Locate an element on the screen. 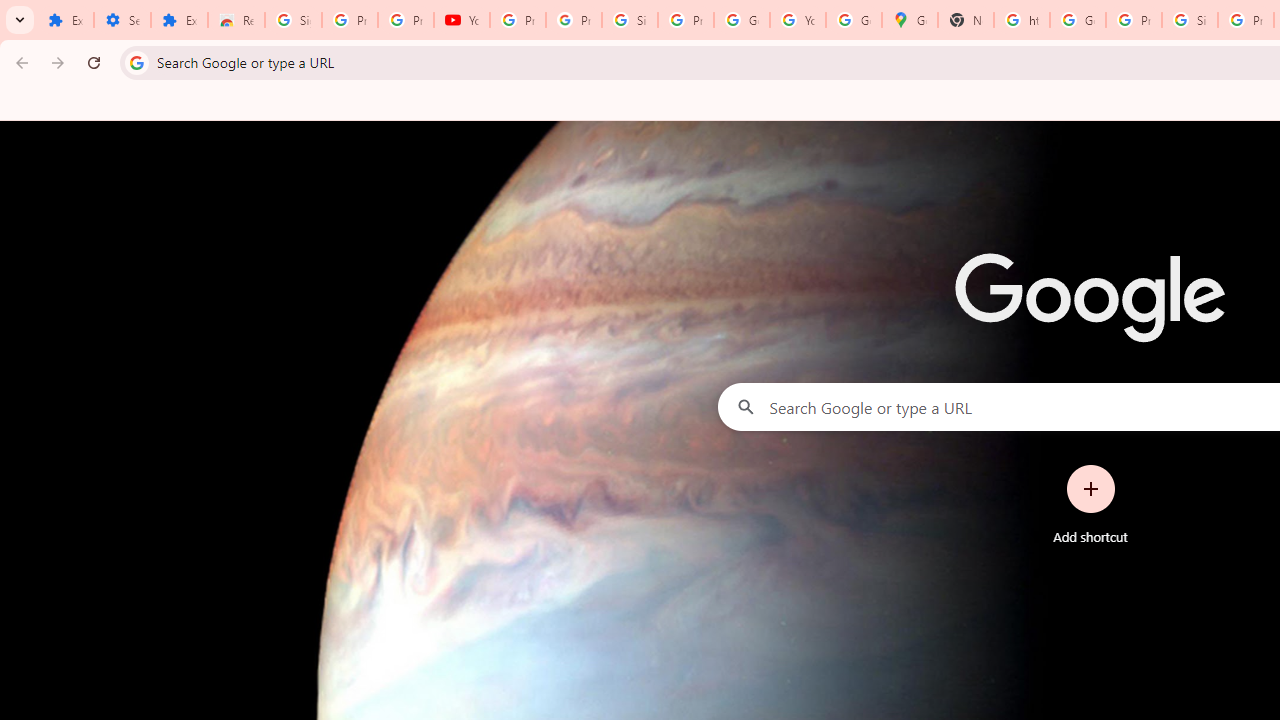  'Settings' is located at coordinates (121, 20).